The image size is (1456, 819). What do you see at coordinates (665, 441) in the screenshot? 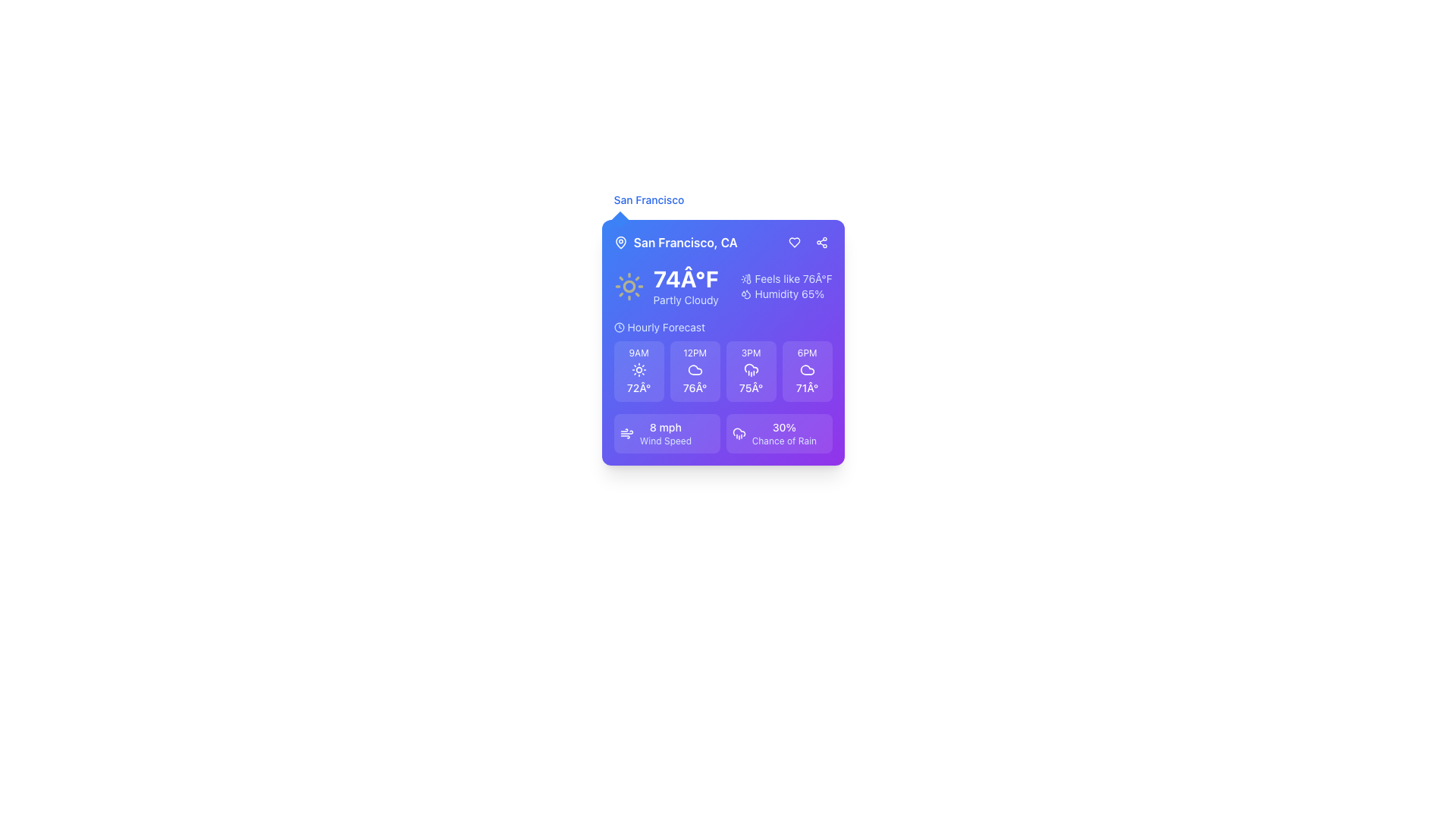
I see `the text label reading 'Wind Speed' styled with a small, light blue font, located below the numeric wind speed value '8 mph' in the weather widget` at bounding box center [665, 441].